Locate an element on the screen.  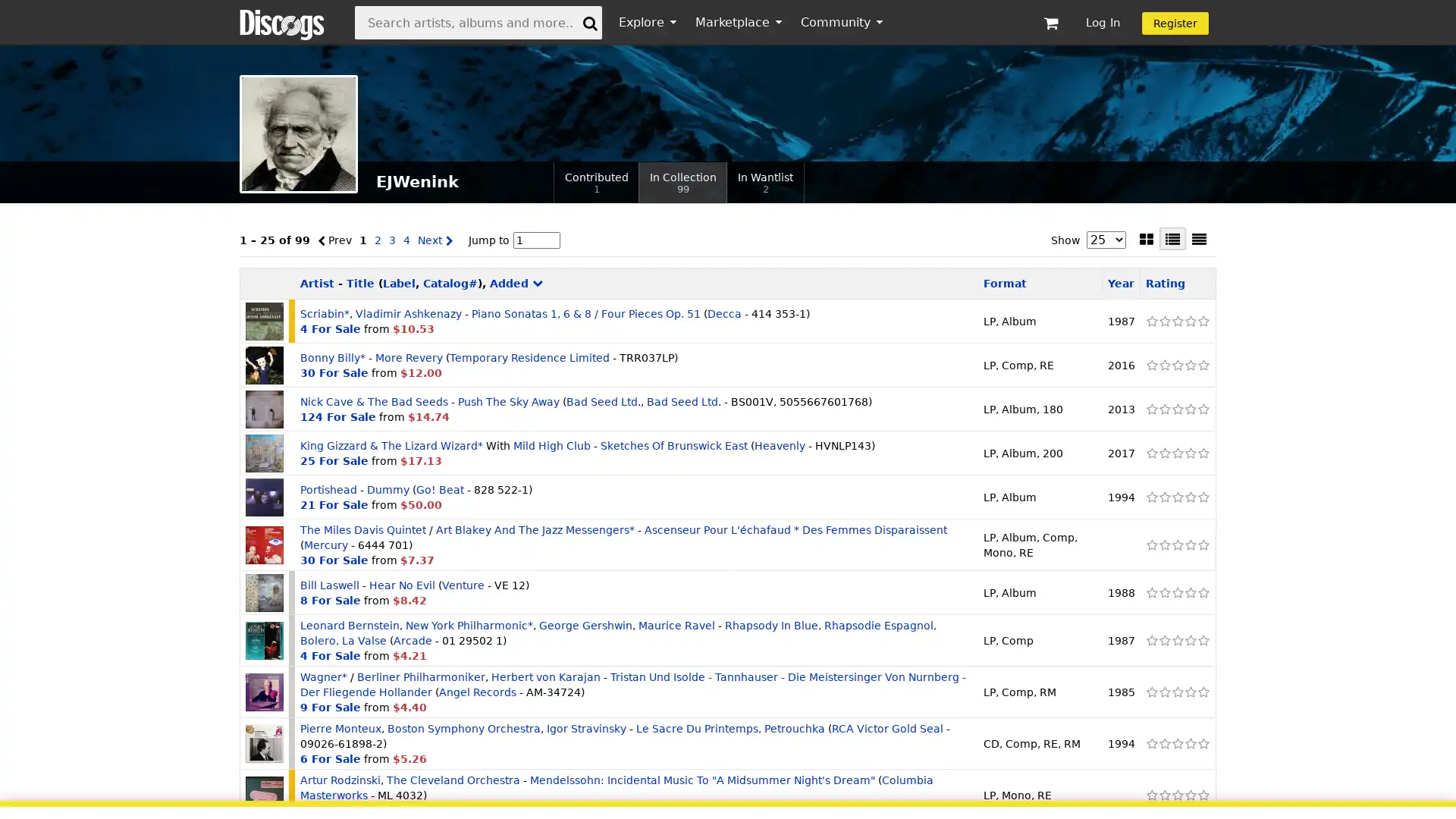
Rate this release 3 stars. is located at coordinates (1176, 366).